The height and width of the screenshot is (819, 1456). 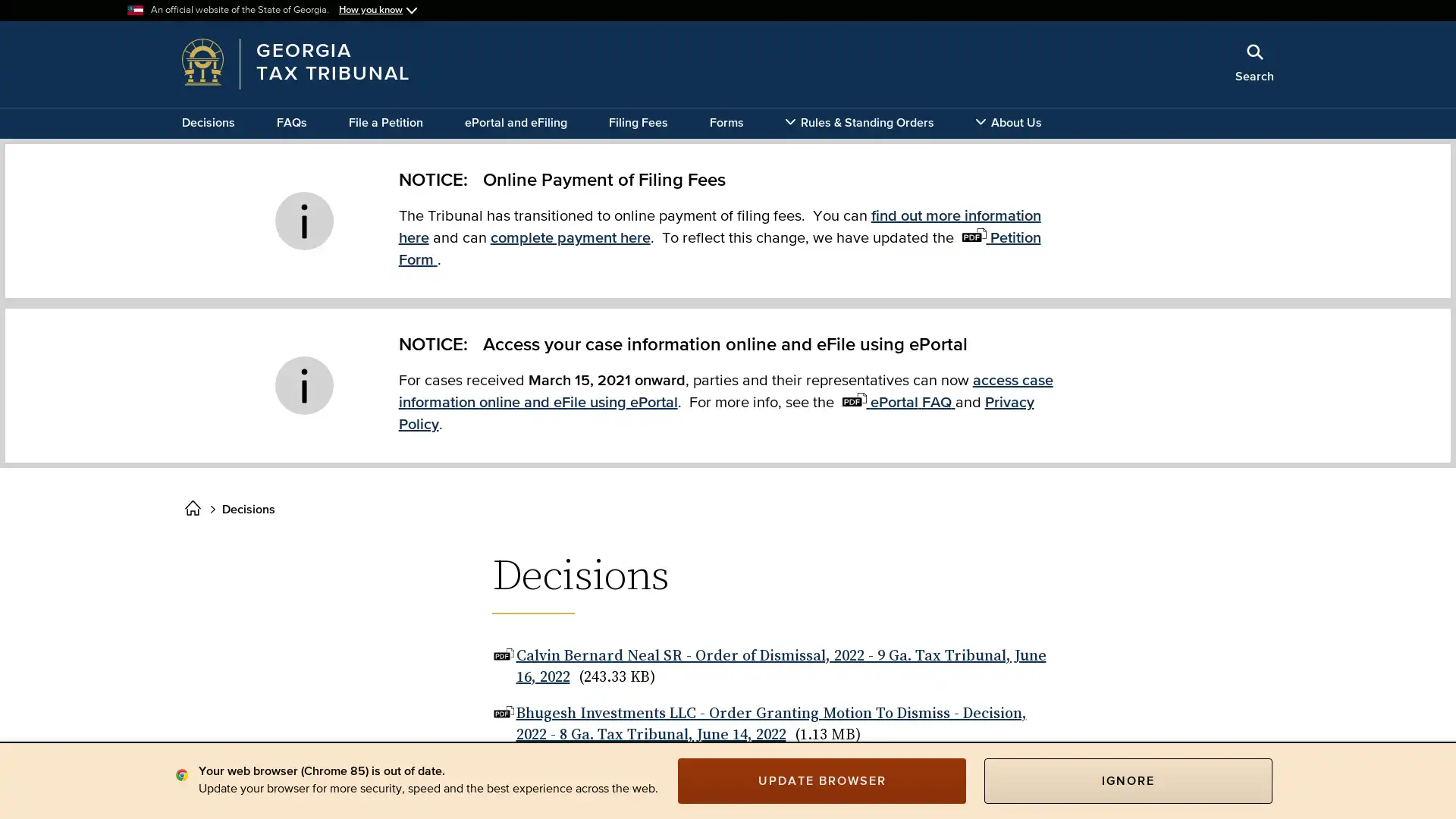 I want to click on Search, so click(x=1193, y=213).